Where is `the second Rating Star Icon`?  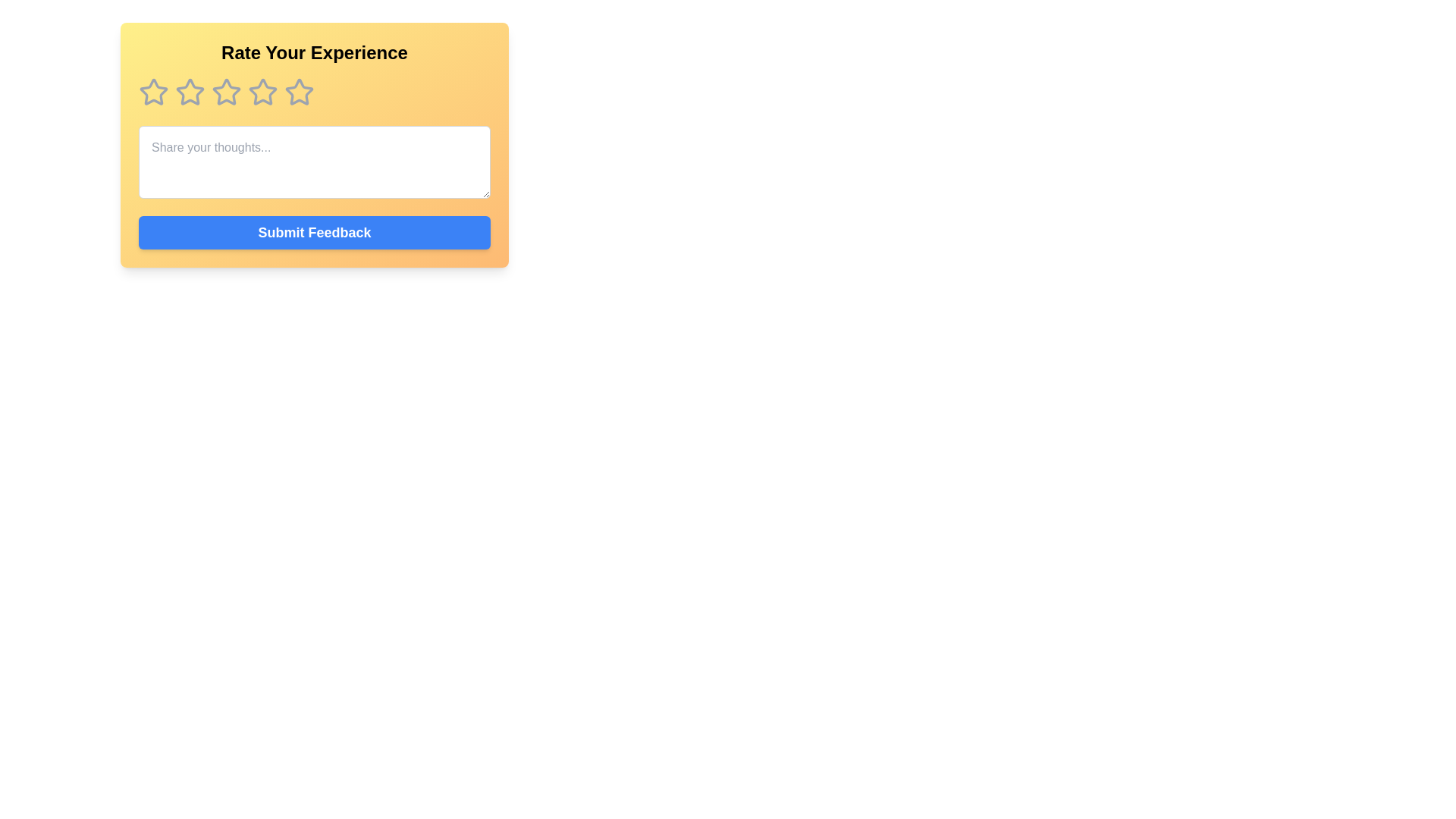
the second Rating Star Icon is located at coordinates (225, 92).